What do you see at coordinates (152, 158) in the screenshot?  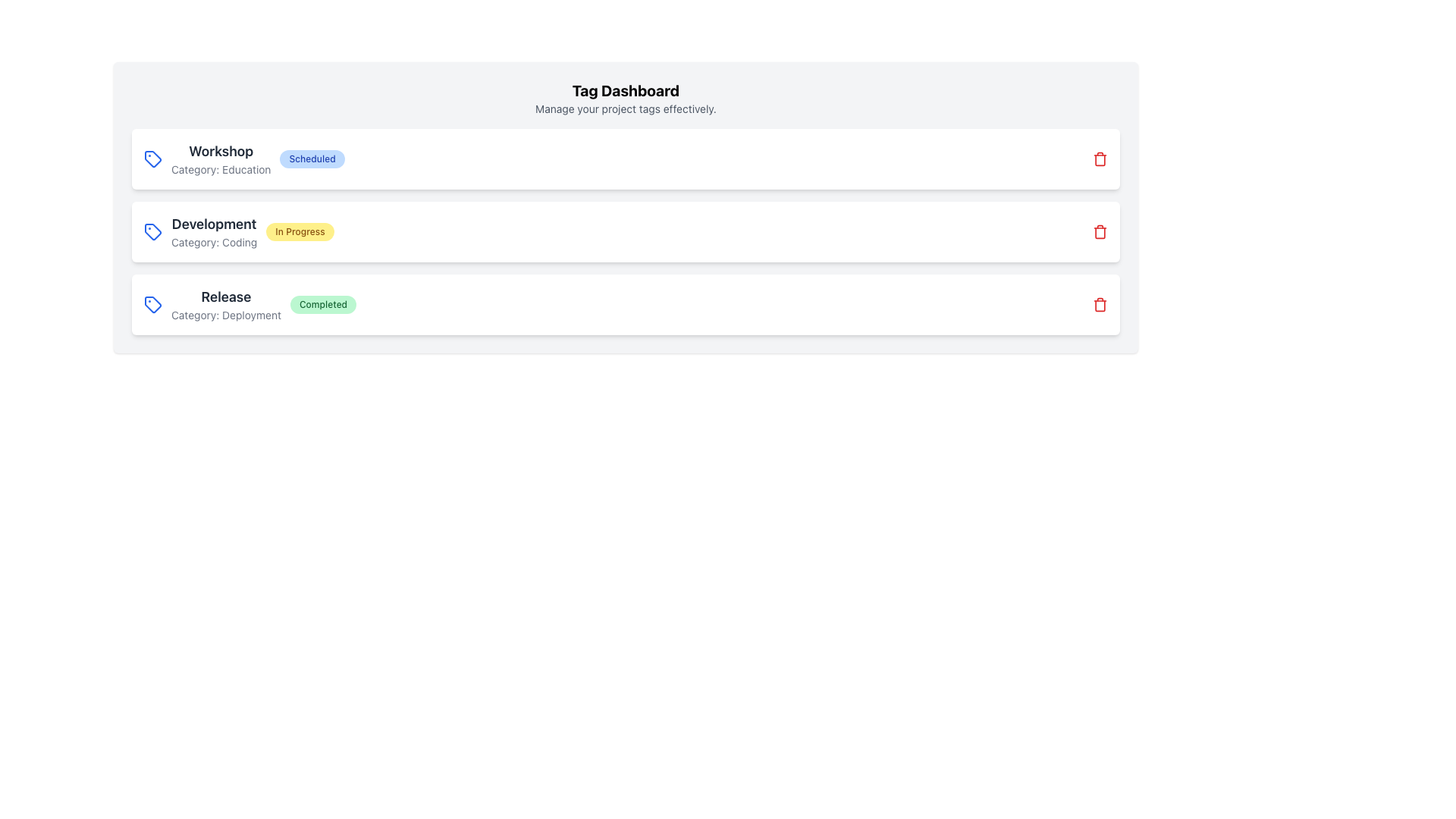 I see `tag icon element with a blue outline located at the far left of the 'Workshop' row` at bounding box center [152, 158].